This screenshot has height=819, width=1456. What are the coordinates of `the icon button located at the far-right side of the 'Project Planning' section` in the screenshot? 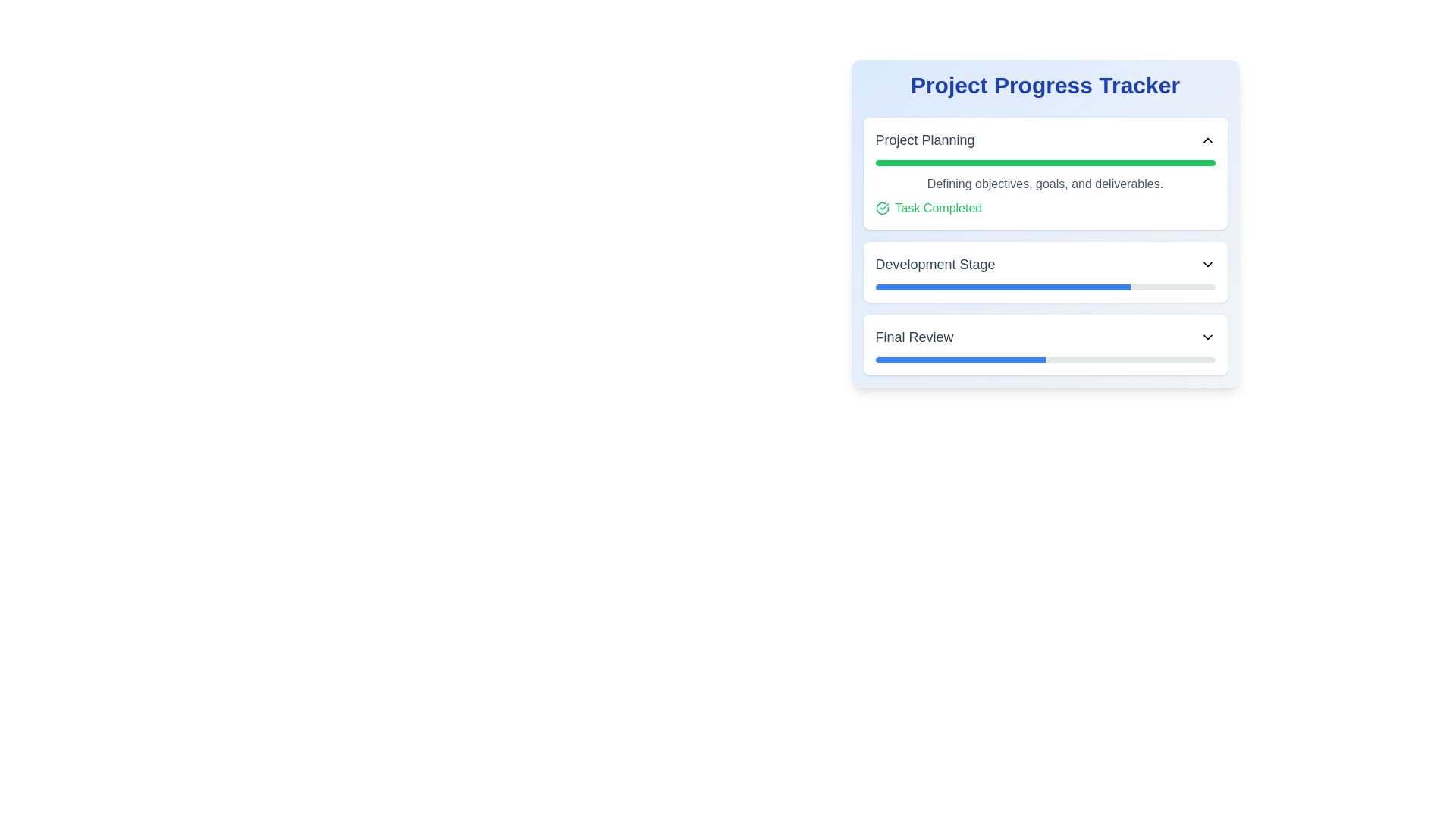 It's located at (1207, 140).